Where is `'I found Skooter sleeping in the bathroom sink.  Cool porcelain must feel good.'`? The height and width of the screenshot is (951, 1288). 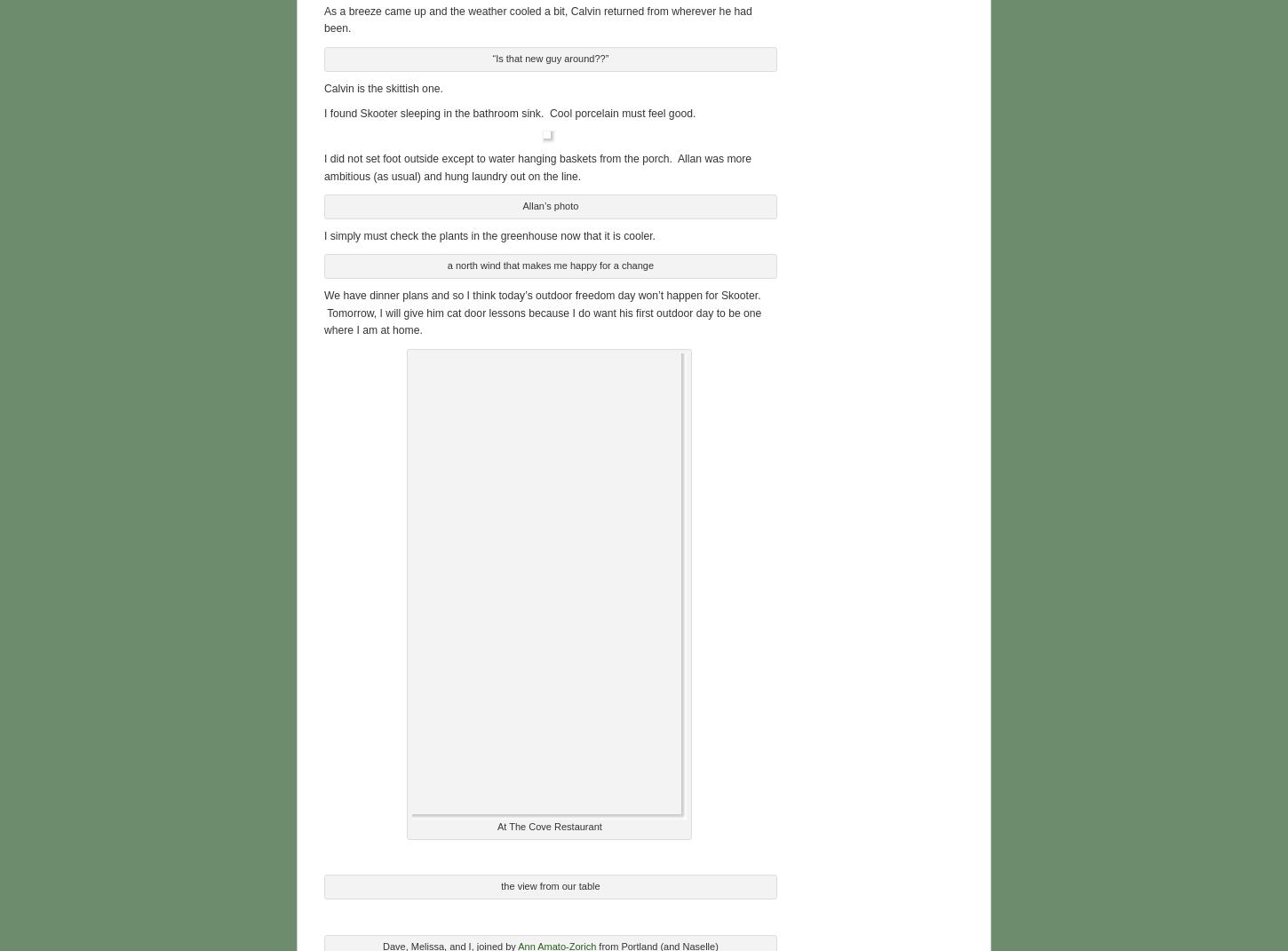
'I found Skooter sleeping in the bathroom sink.  Cool porcelain must feel good.' is located at coordinates (510, 110).